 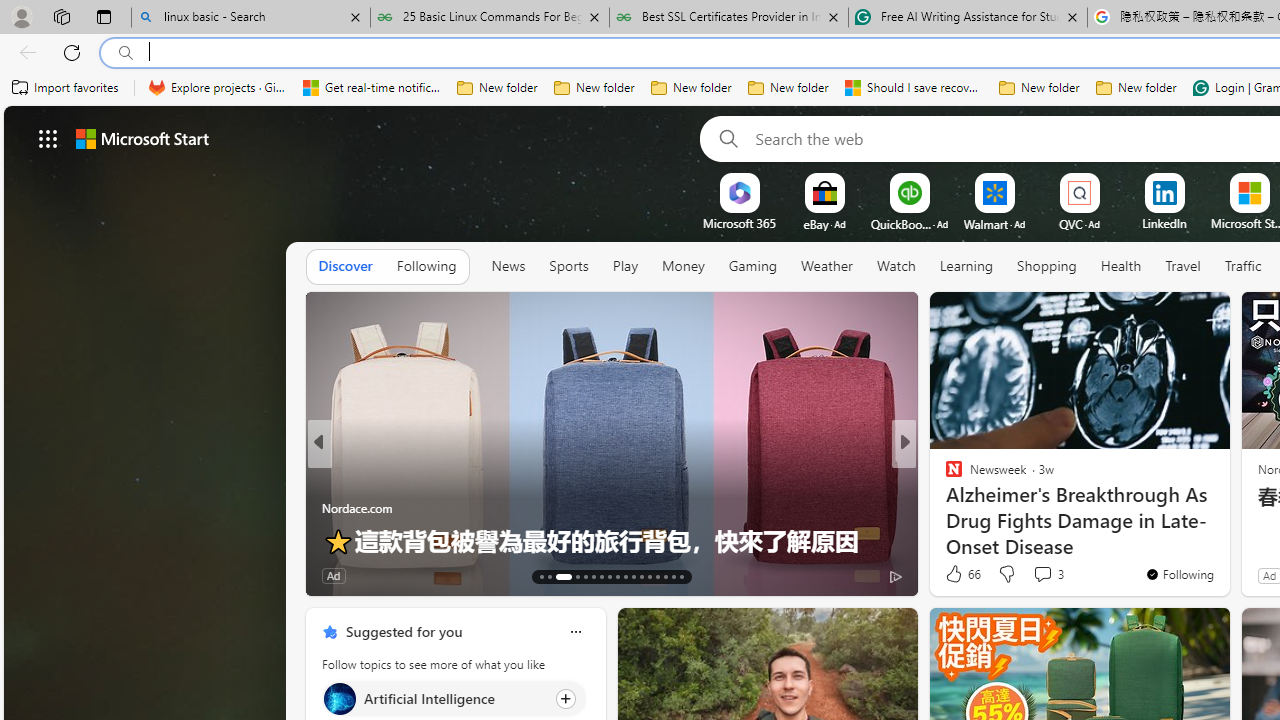 I want to click on 'Start the conversation', so click(x=1036, y=575).